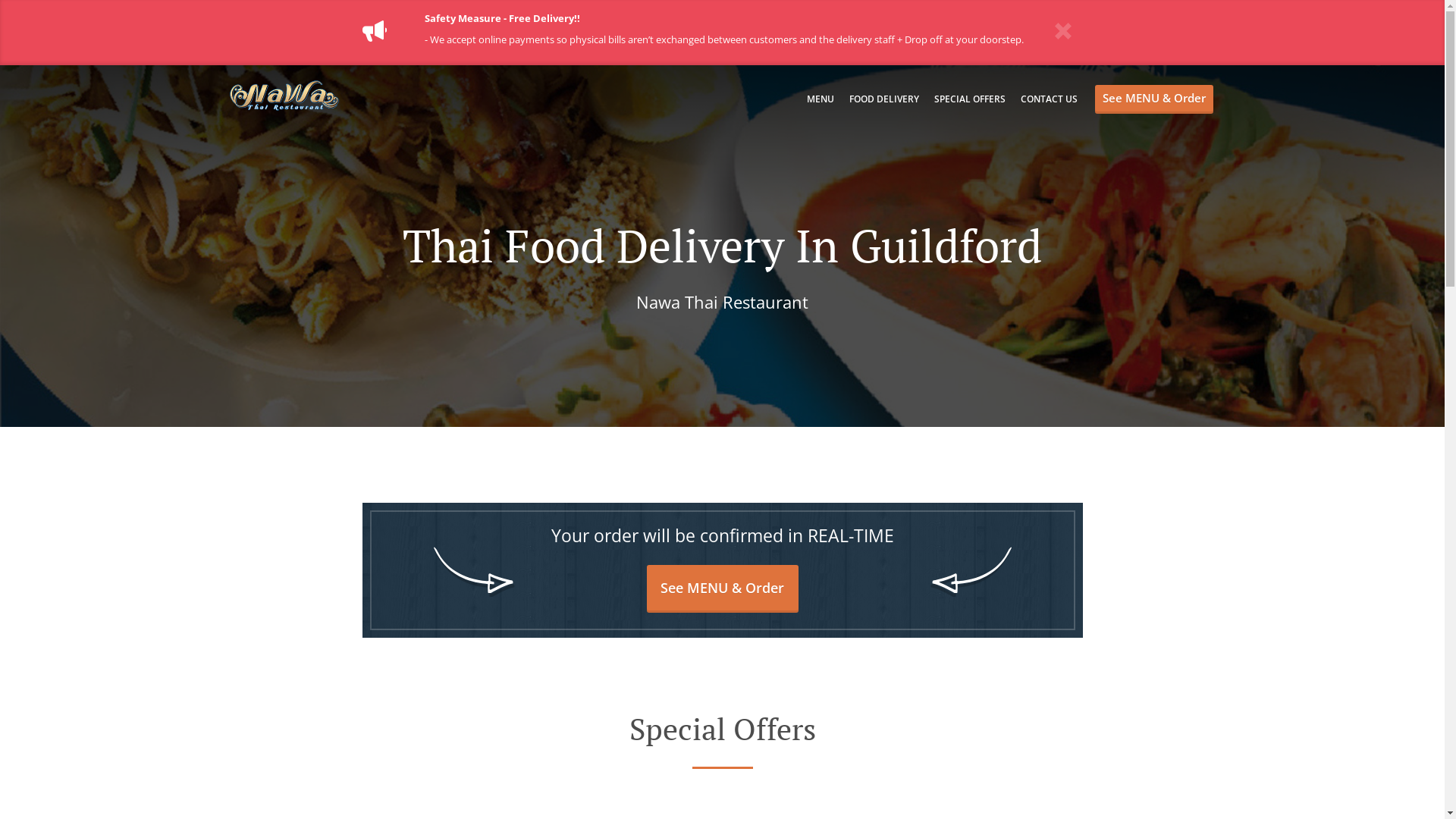 The image size is (1456, 819). I want to click on 'FOOD DELIVERY', so click(884, 99).